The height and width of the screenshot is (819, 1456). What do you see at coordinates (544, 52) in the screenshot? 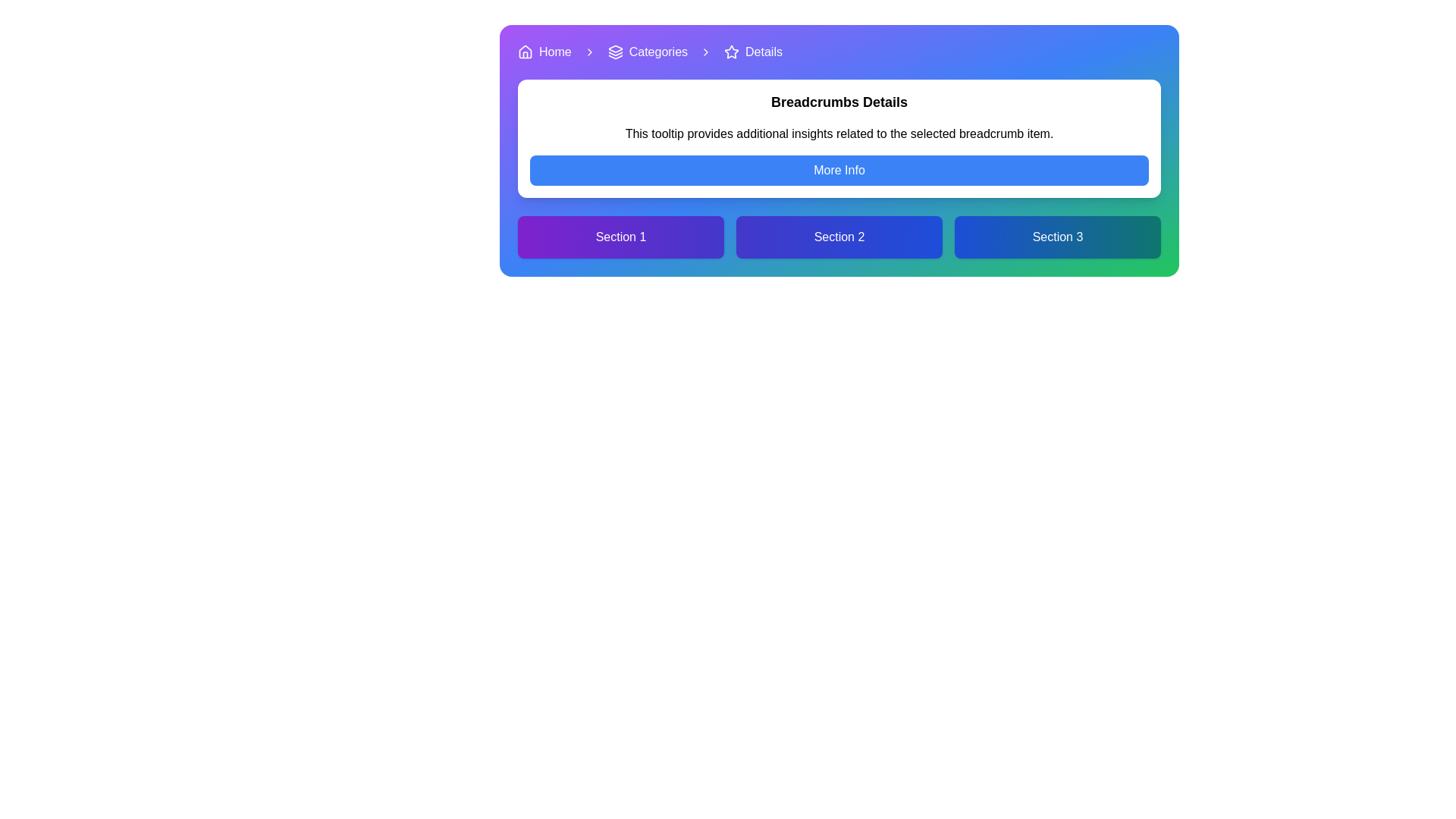
I see `the house icon of the breadcrumb link labeled 'Home'` at bounding box center [544, 52].